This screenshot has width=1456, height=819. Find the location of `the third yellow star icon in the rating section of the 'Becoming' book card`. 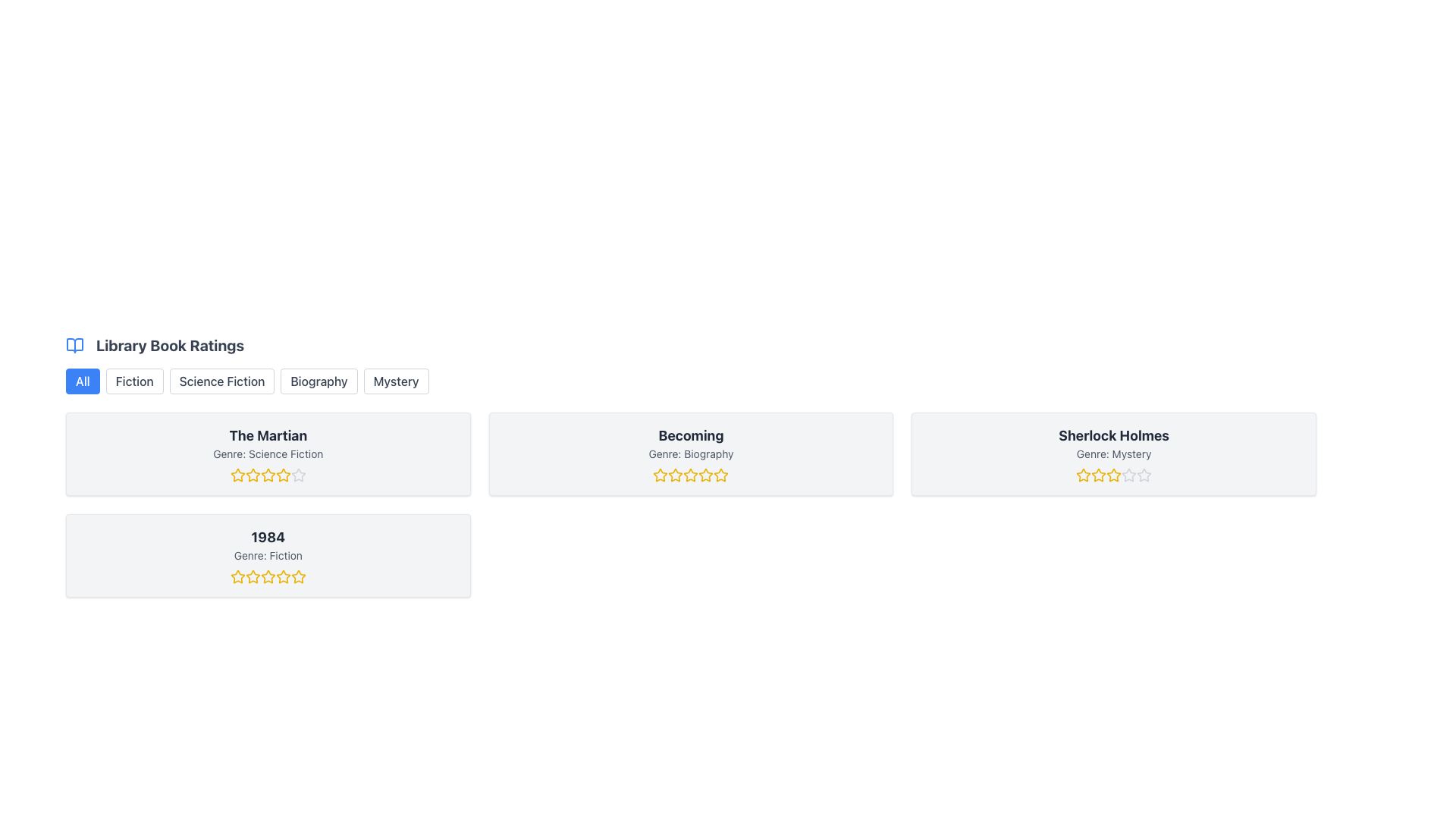

the third yellow star icon in the rating section of the 'Becoming' book card is located at coordinates (690, 474).